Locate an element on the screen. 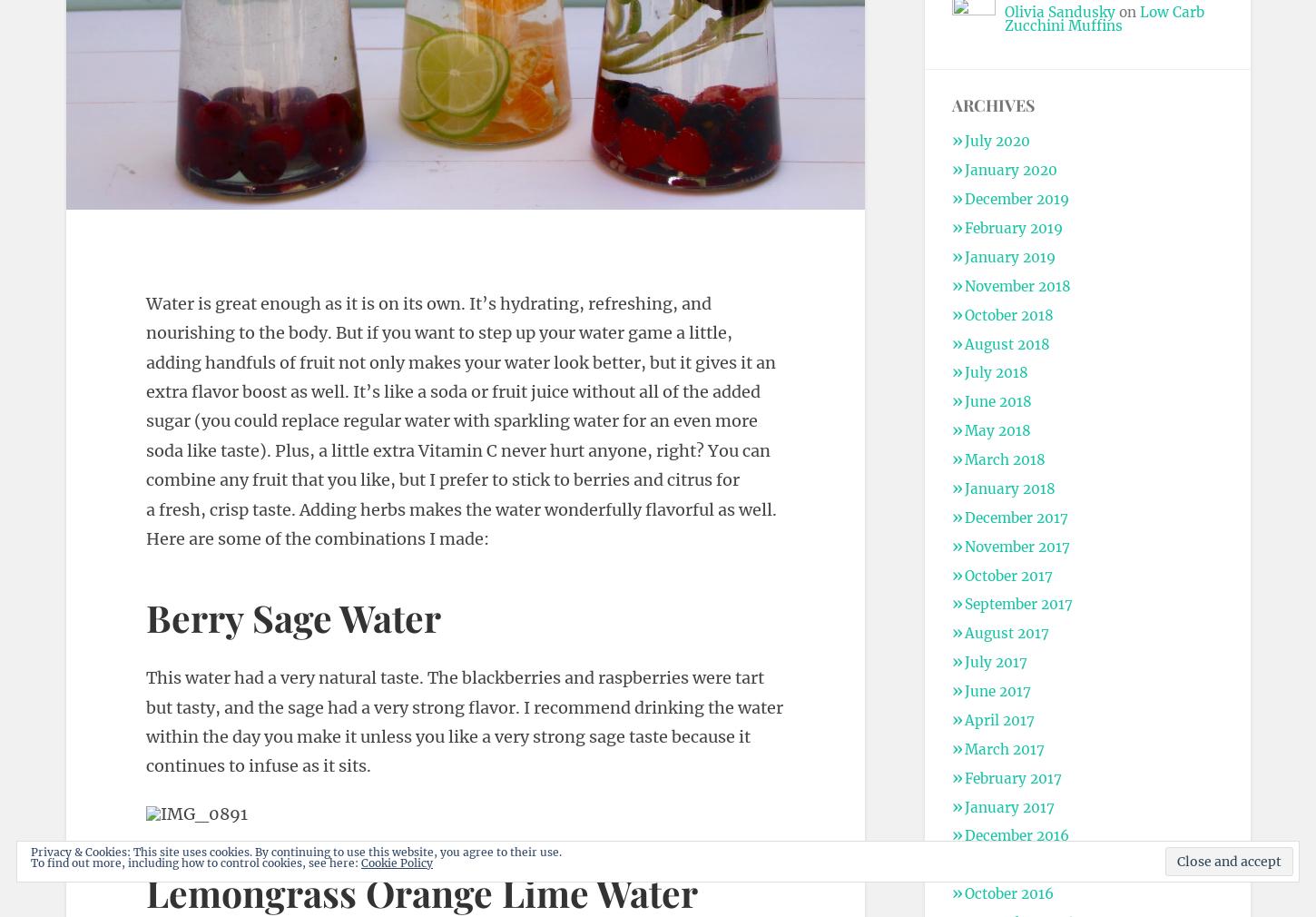  'October 2017' is located at coordinates (1007, 574).